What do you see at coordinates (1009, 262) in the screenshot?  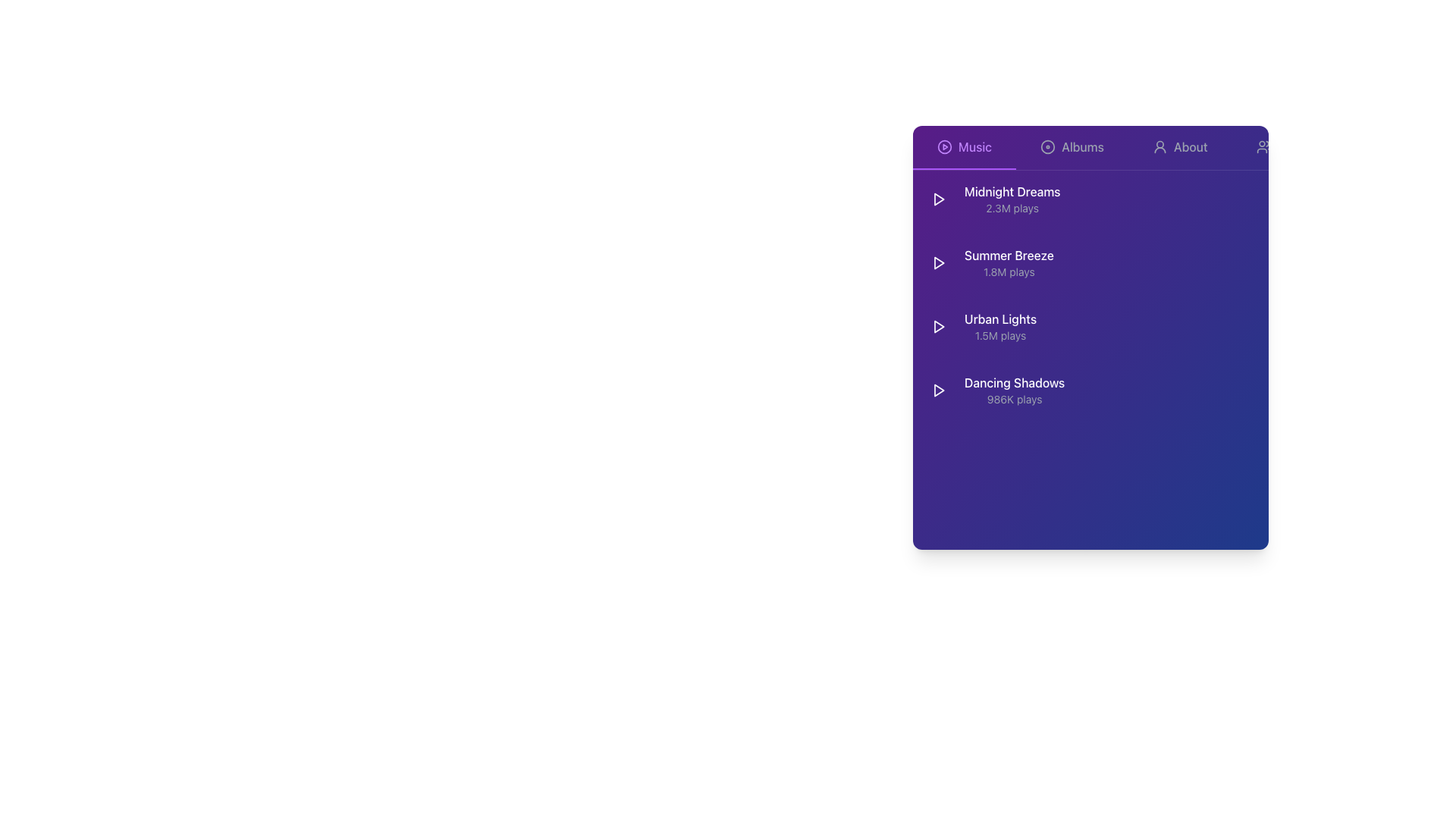 I see `the text label displaying the song title 'Summer Breeze' and its play count '1.8M plays', which is located in the sidebar below 'Midnight Dreams' and above 'Urban Lights'` at bounding box center [1009, 262].